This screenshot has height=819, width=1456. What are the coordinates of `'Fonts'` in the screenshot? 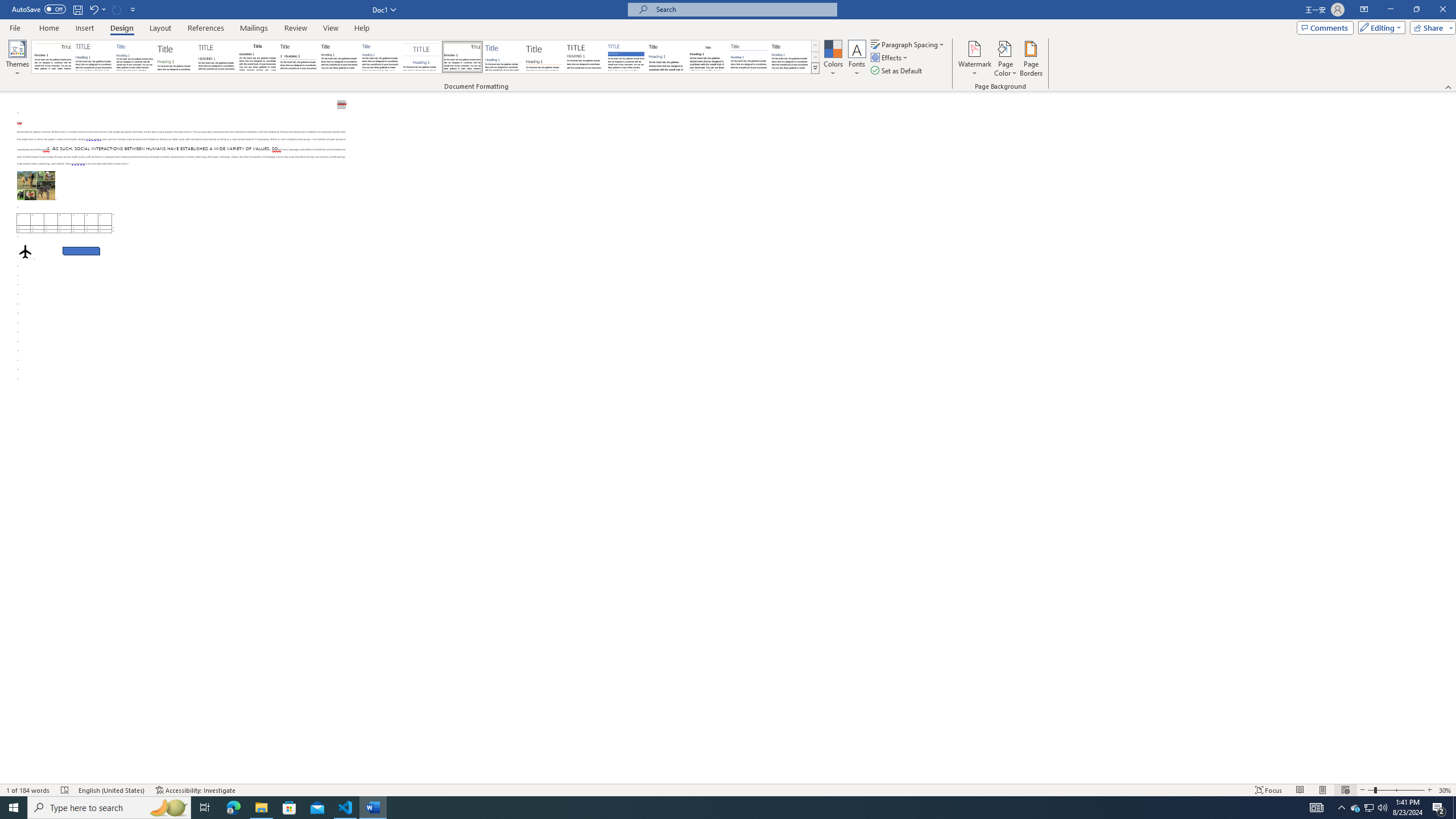 It's located at (856, 59).